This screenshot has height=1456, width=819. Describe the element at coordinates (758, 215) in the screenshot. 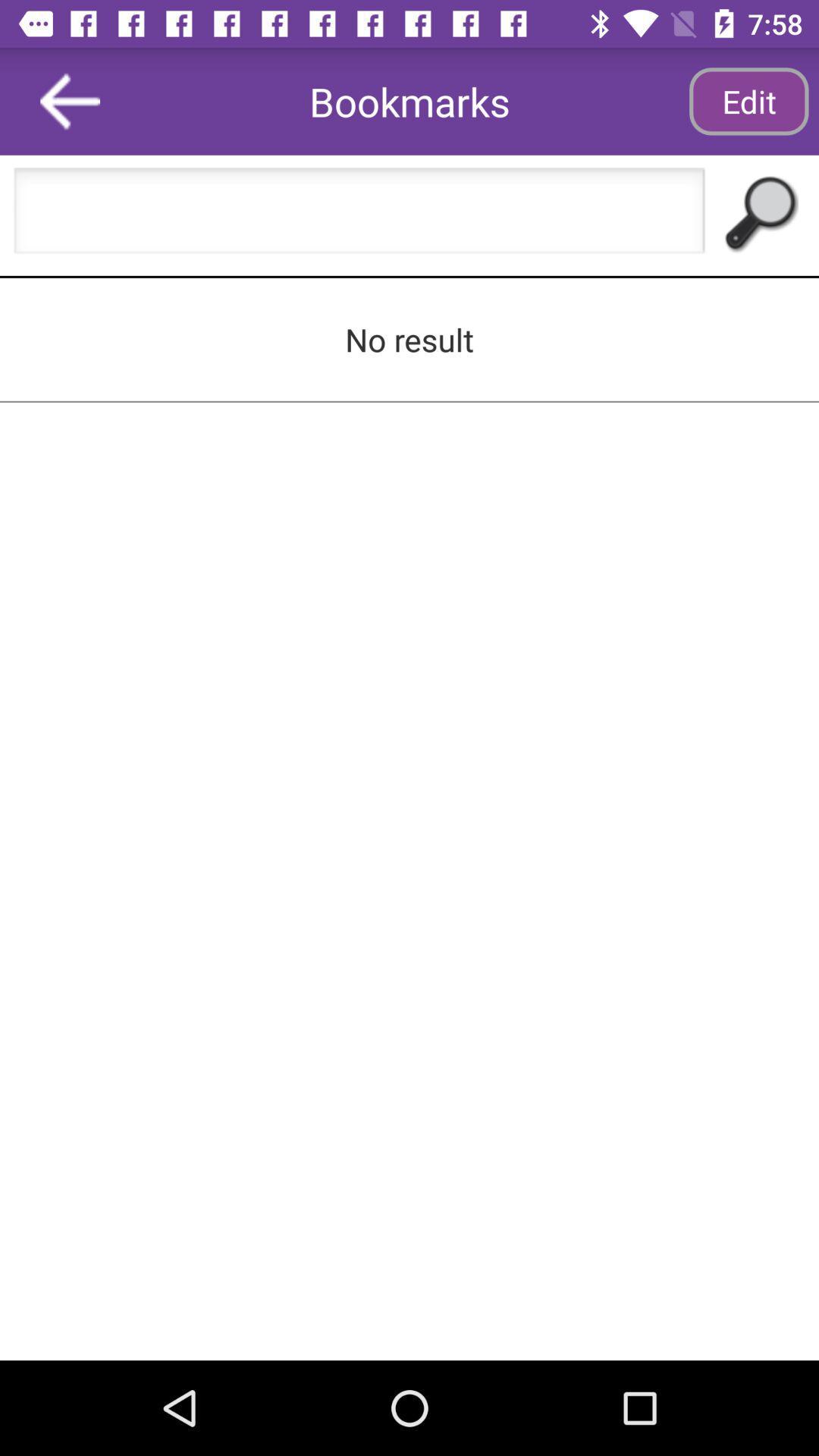

I see `the search icon` at that location.